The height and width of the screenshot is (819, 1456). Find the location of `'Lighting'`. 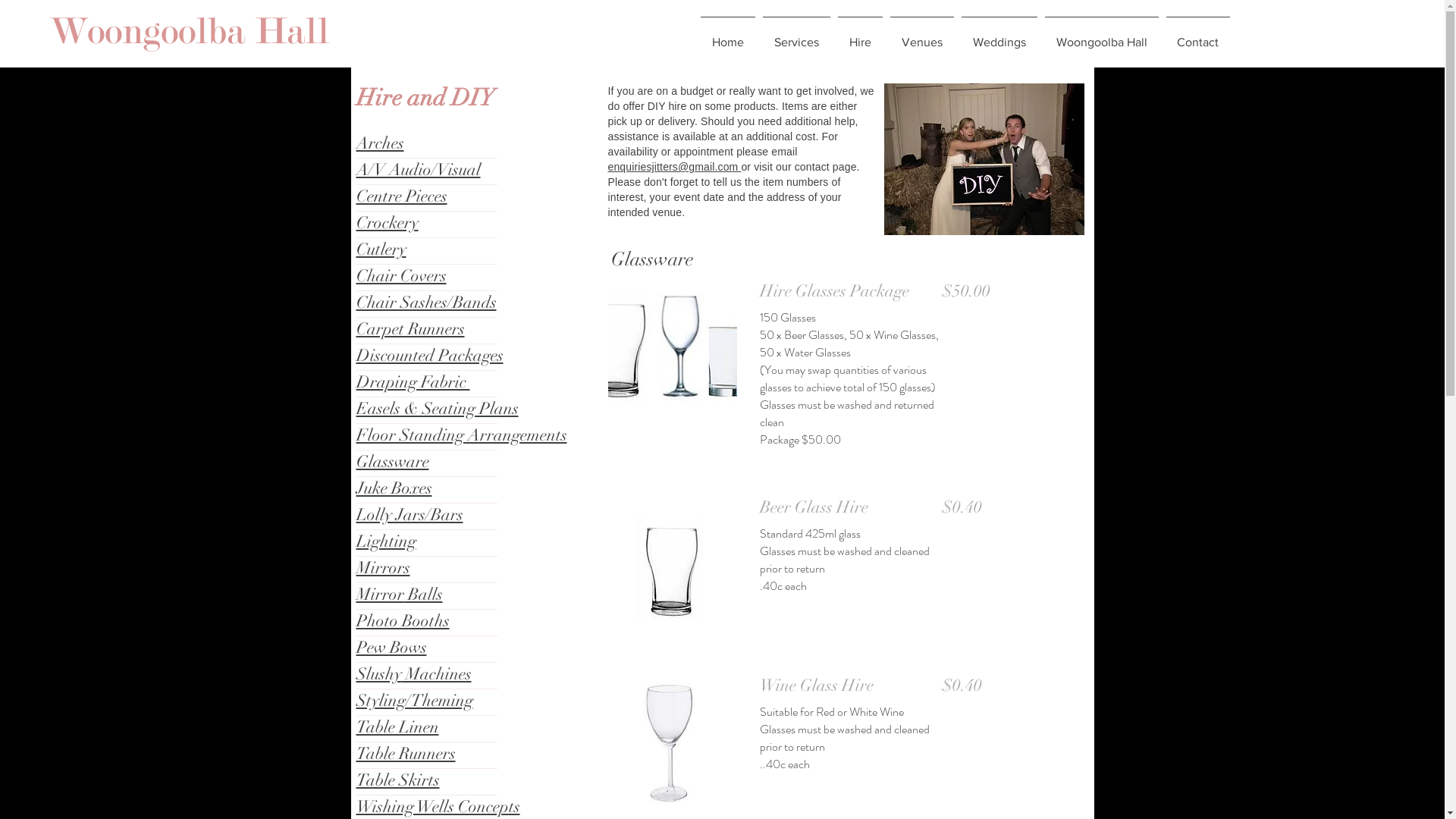

'Lighting' is located at coordinates (386, 540).